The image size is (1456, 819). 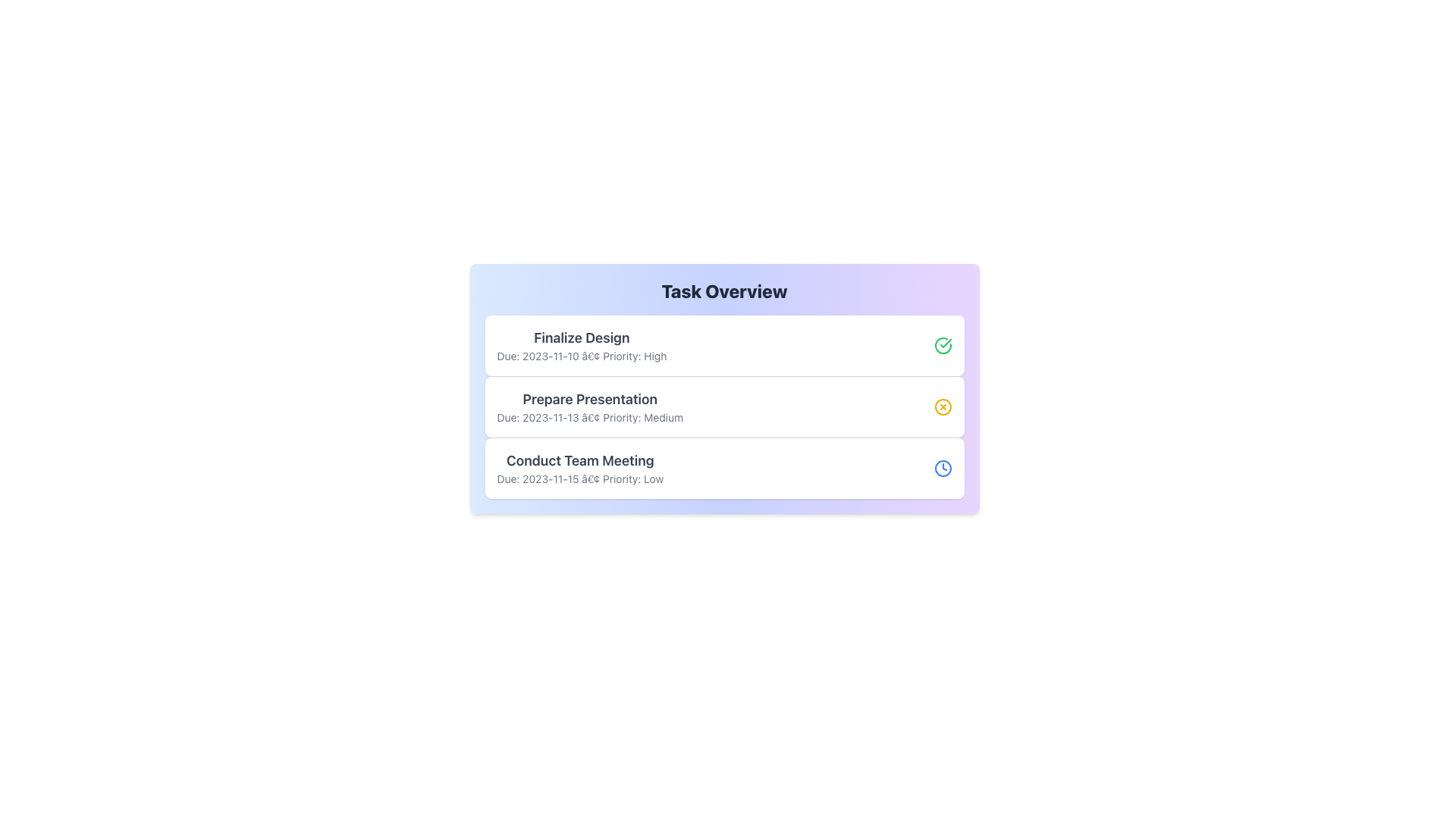 What do you see at coordinates (942, 345) in the screenshot?
I see `the completion status icon located on the far right side of the 'Finalize Design' task row to indicate task interaction` at bounding box center [942, 345].